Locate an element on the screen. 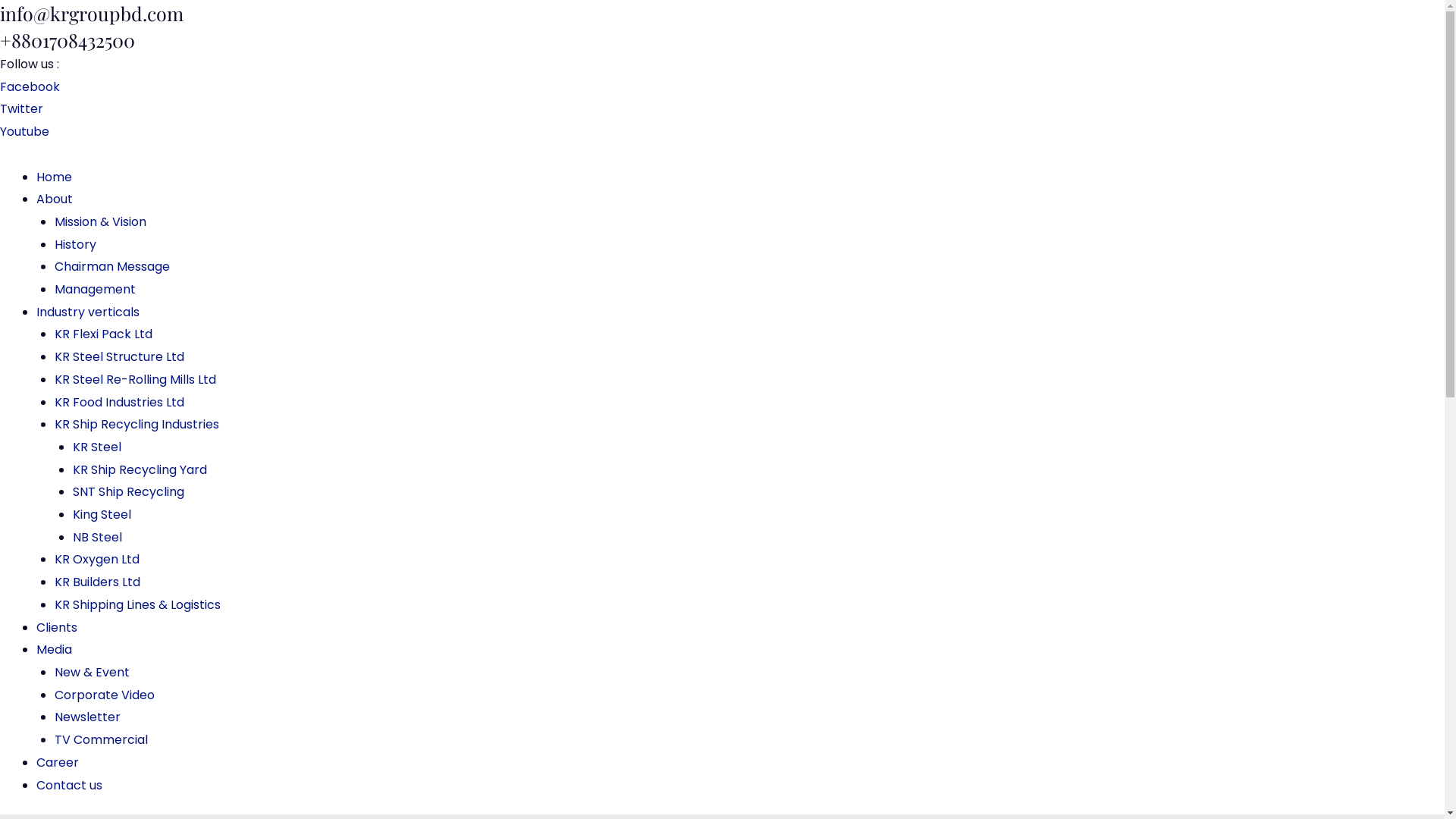  'Mission & Vision' is located at coordinates (99, 221).